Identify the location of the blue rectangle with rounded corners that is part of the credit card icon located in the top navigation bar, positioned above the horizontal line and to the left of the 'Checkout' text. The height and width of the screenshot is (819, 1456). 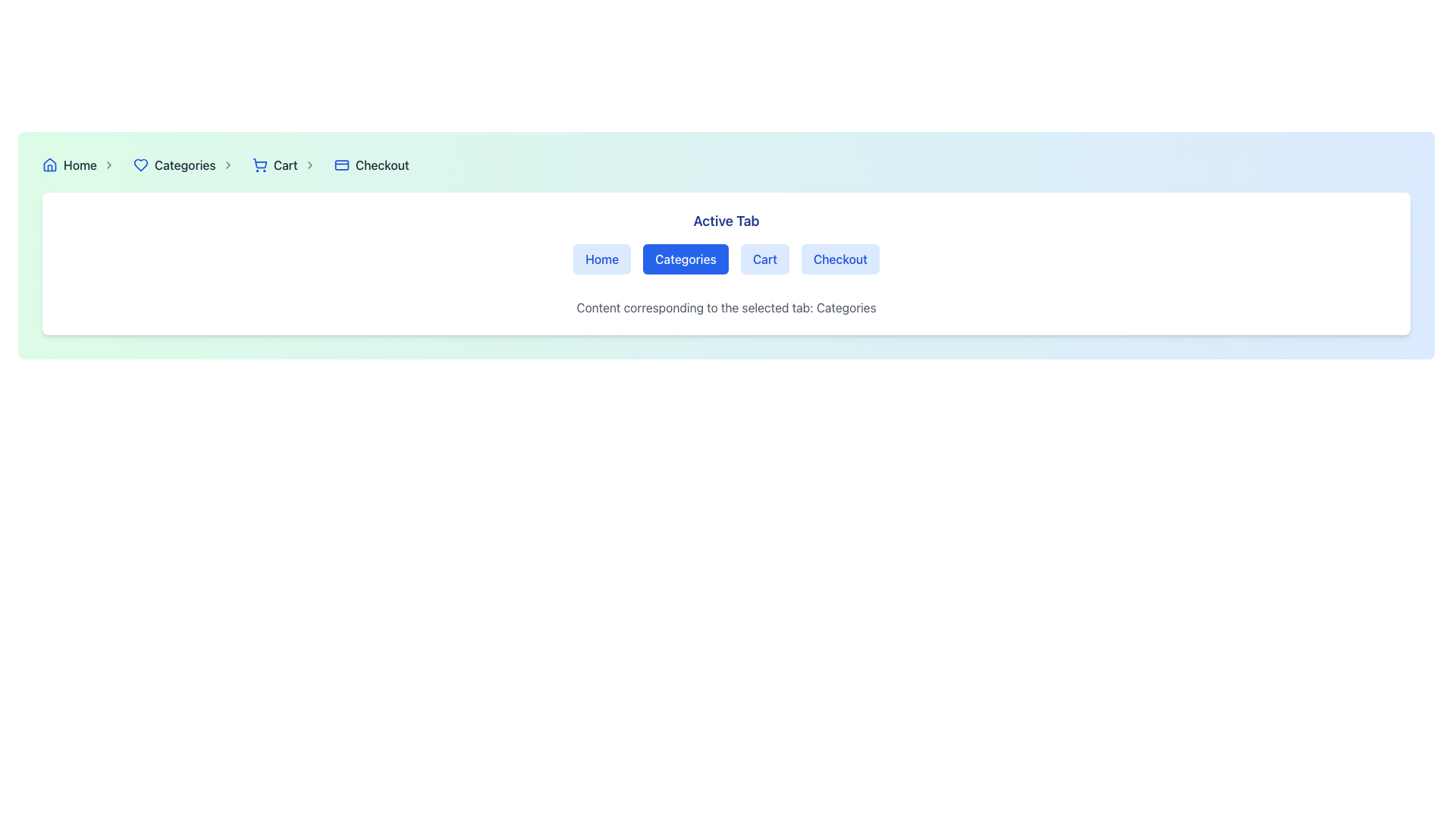
(340, 165).